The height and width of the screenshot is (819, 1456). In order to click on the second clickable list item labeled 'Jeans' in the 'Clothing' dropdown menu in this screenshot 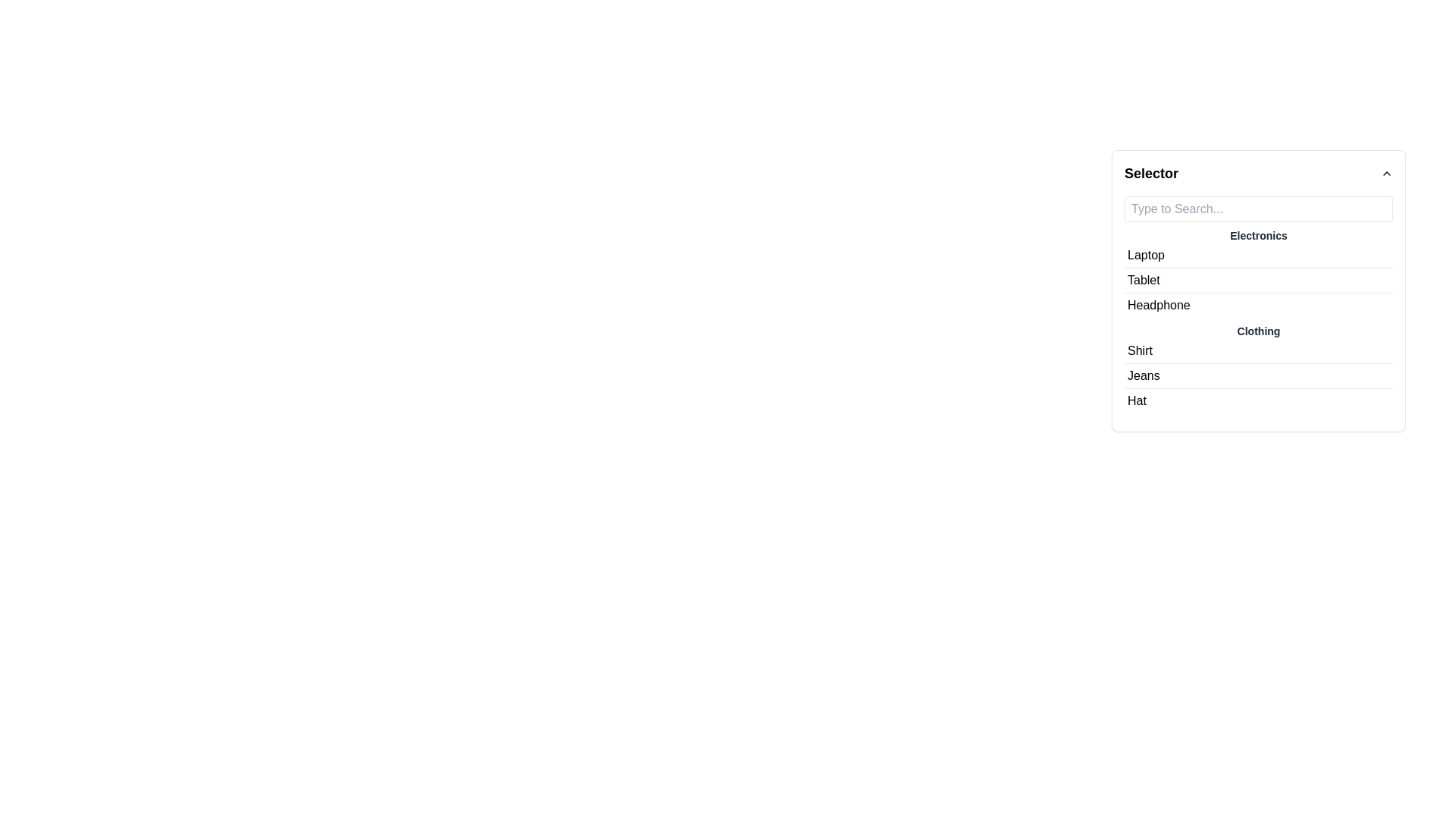, I will do `click(1259, 375)`.